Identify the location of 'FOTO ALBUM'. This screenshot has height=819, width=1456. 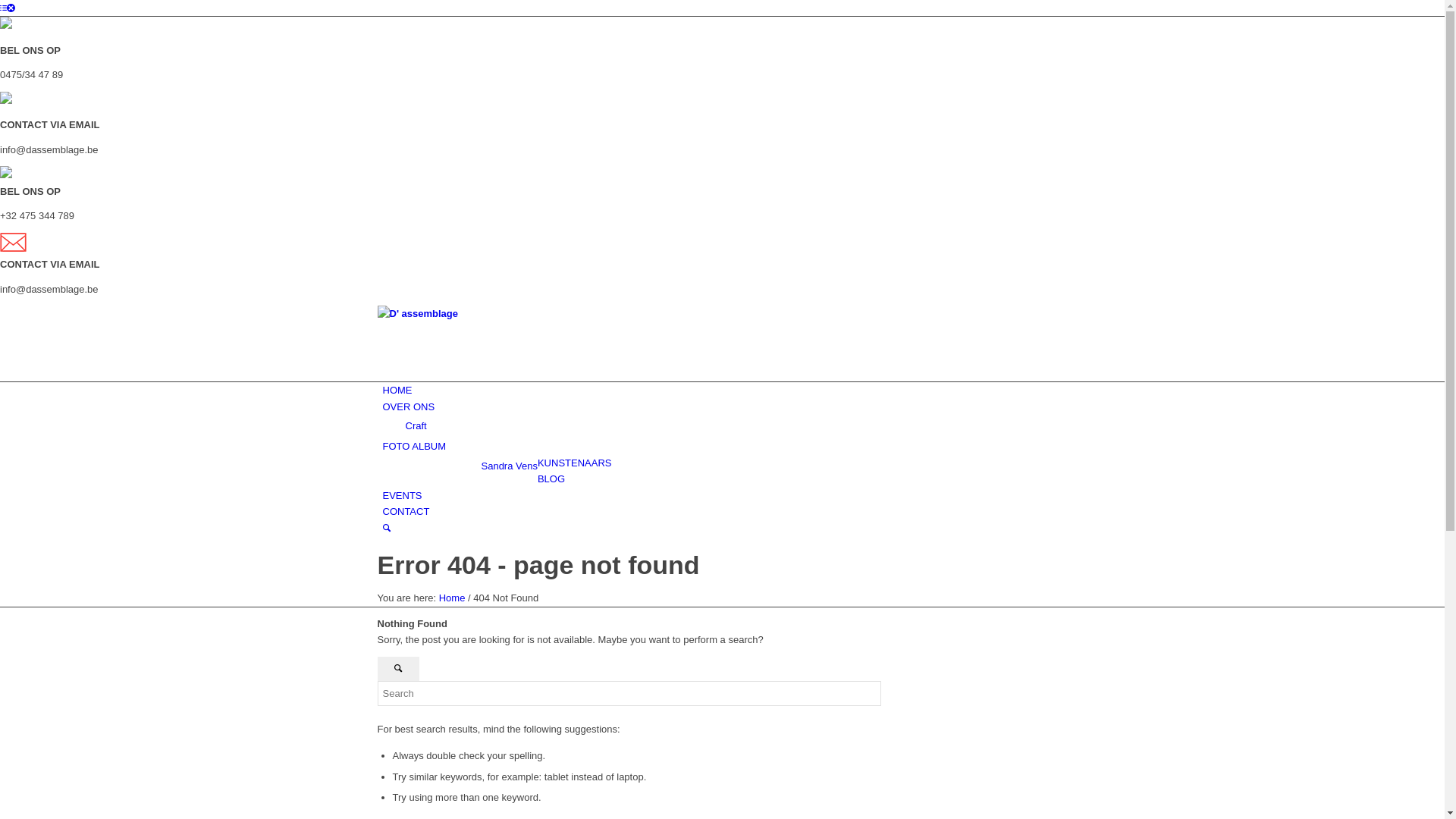
(414, 445).